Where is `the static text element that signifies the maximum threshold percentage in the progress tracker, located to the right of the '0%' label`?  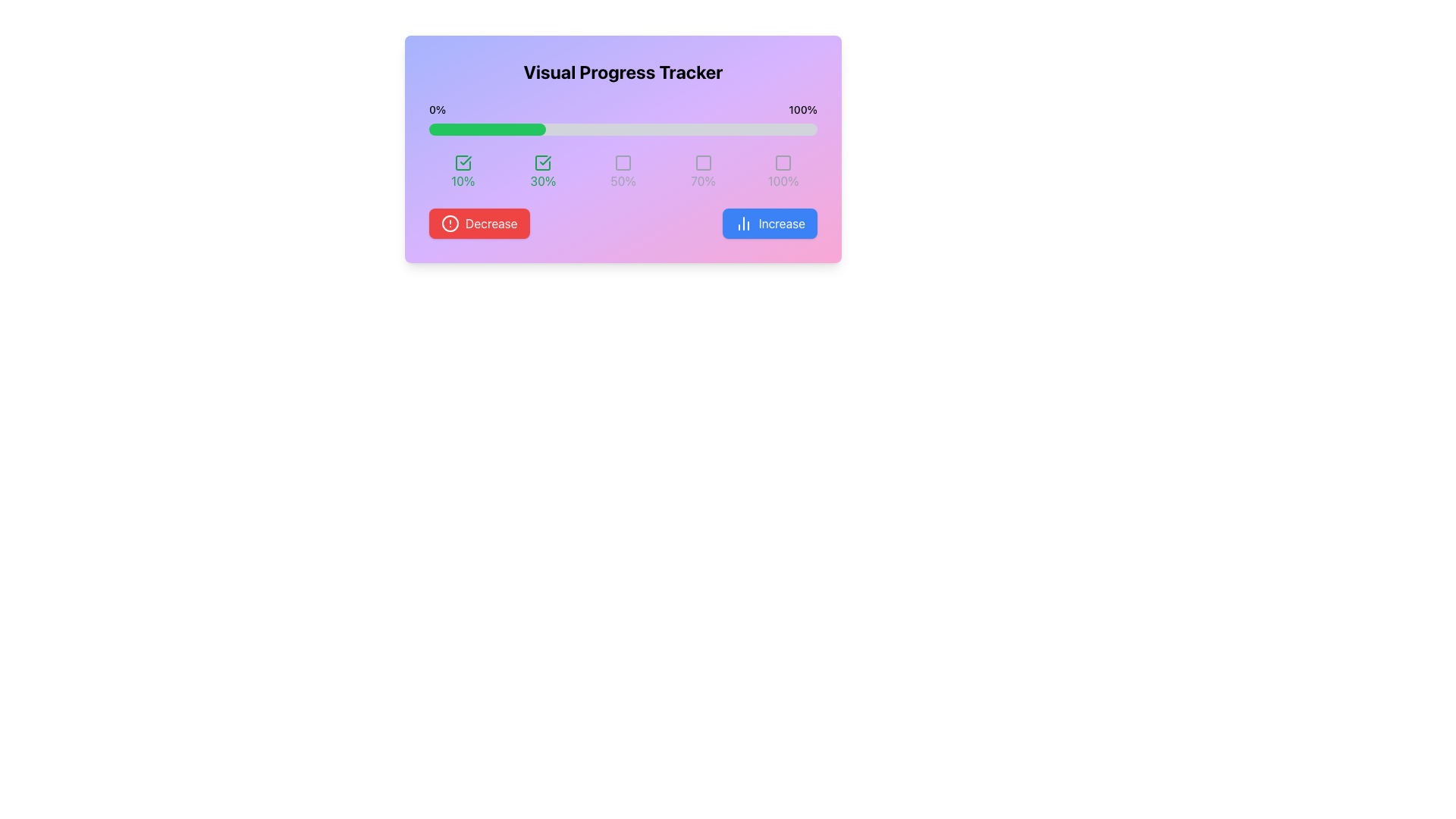
the static text element that signifies the maximum threshold percentage in the progress tracker, located to the right of the '0%' label is located at coordinates (802, 109).